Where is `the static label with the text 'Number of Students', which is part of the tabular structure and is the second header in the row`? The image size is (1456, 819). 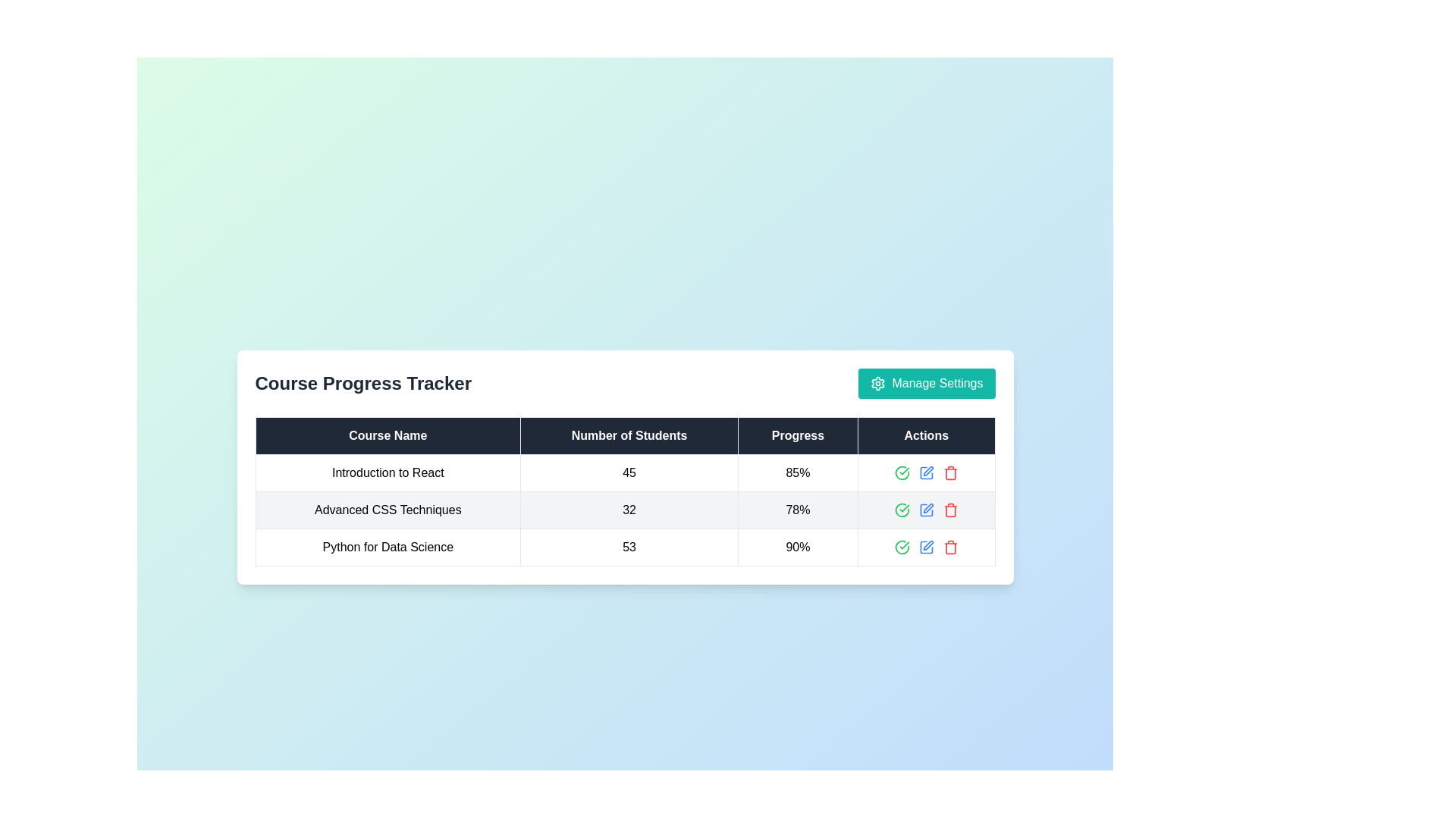 the static label with the text 'Number of Students', which is part of the tabular structure and is the second header in the row is located at coordinates (629, 435).